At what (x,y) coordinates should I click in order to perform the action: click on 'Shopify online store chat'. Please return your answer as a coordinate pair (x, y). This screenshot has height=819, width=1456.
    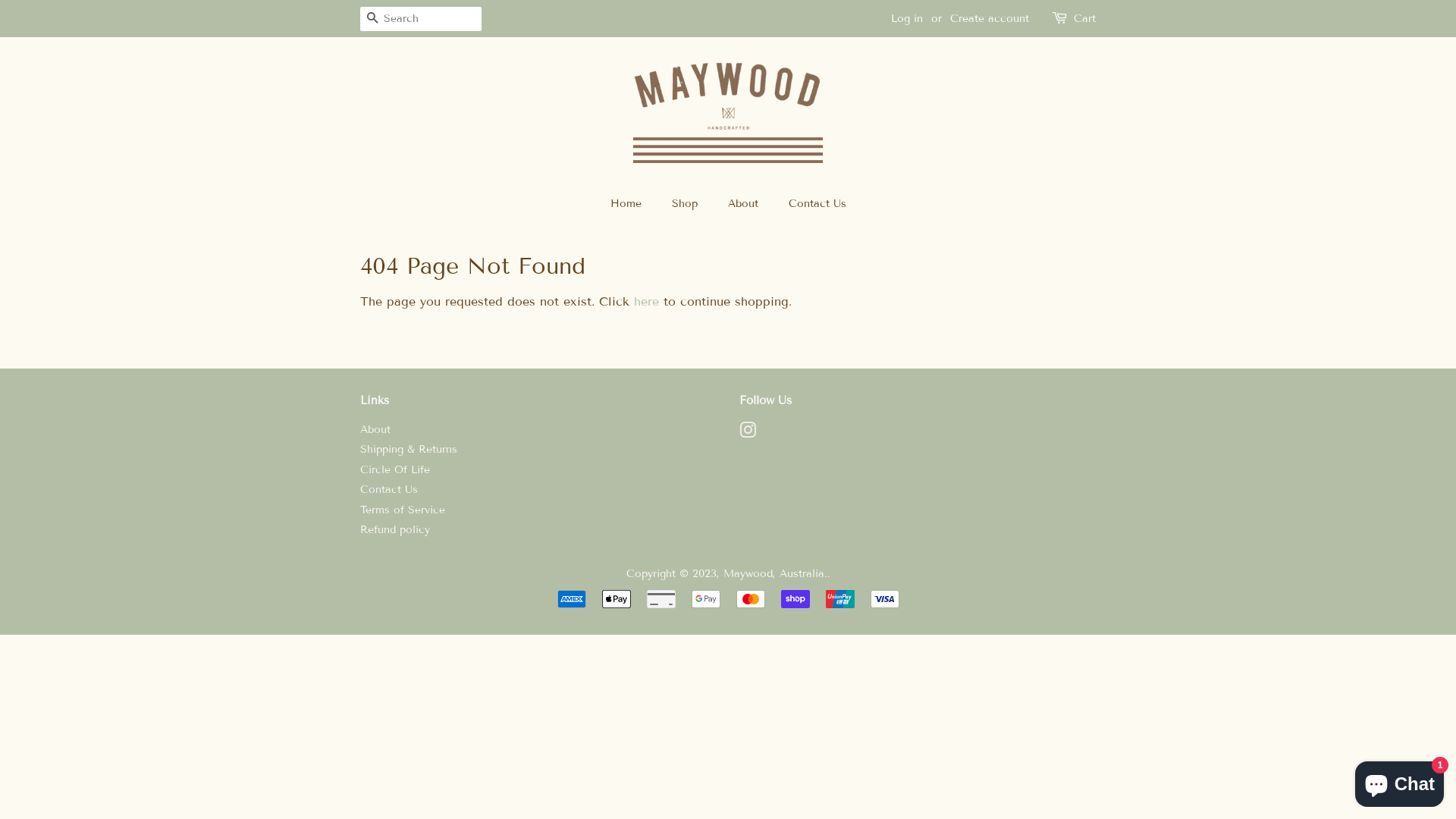
    Looking at the image, I should click on (1398, 780).